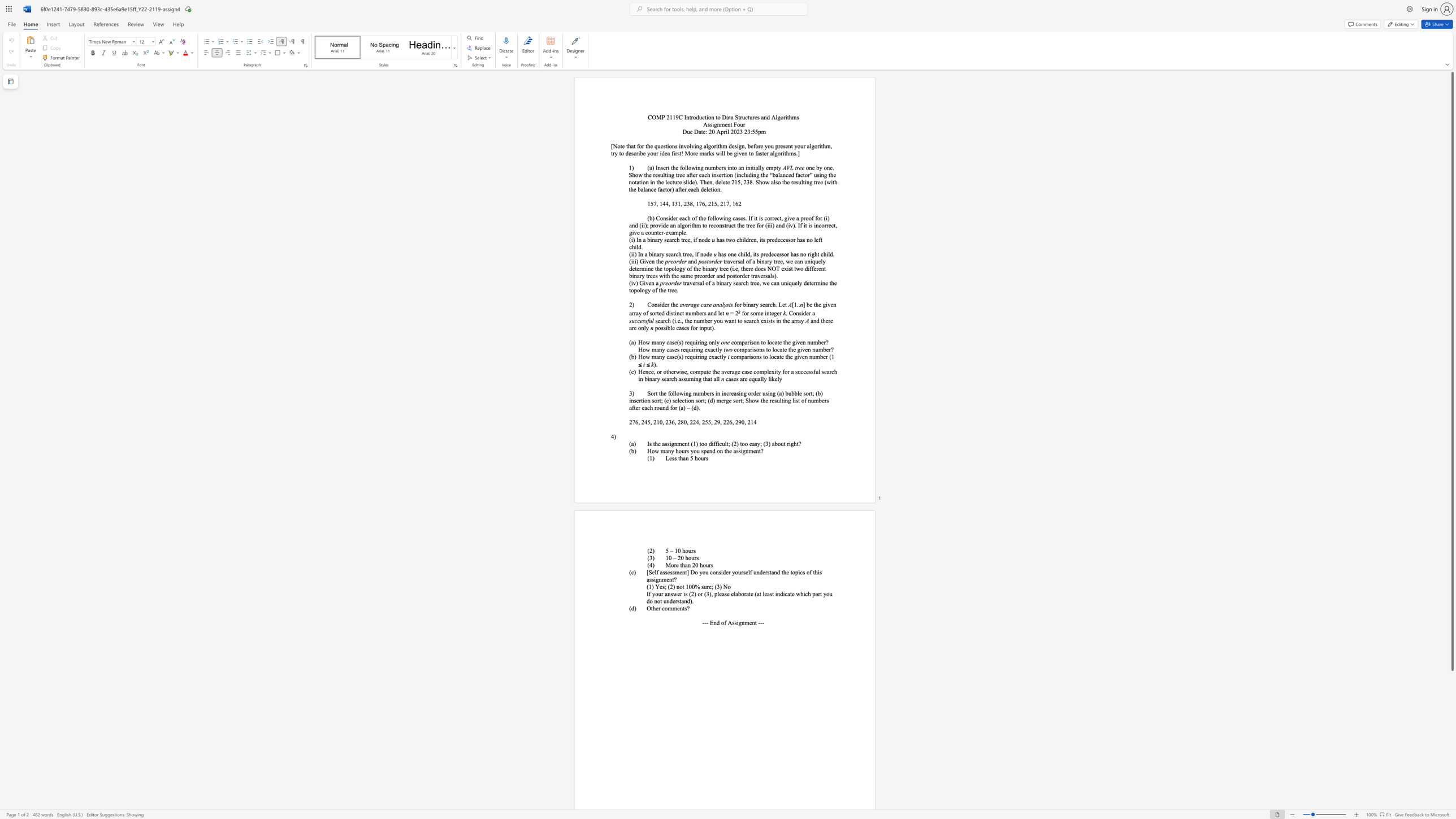 Image resolution: width=1456 pixels, height=819 pixels. I want to click on the subset text "mber" within the text "comparisons to locate the given number?", so click(818, 350).